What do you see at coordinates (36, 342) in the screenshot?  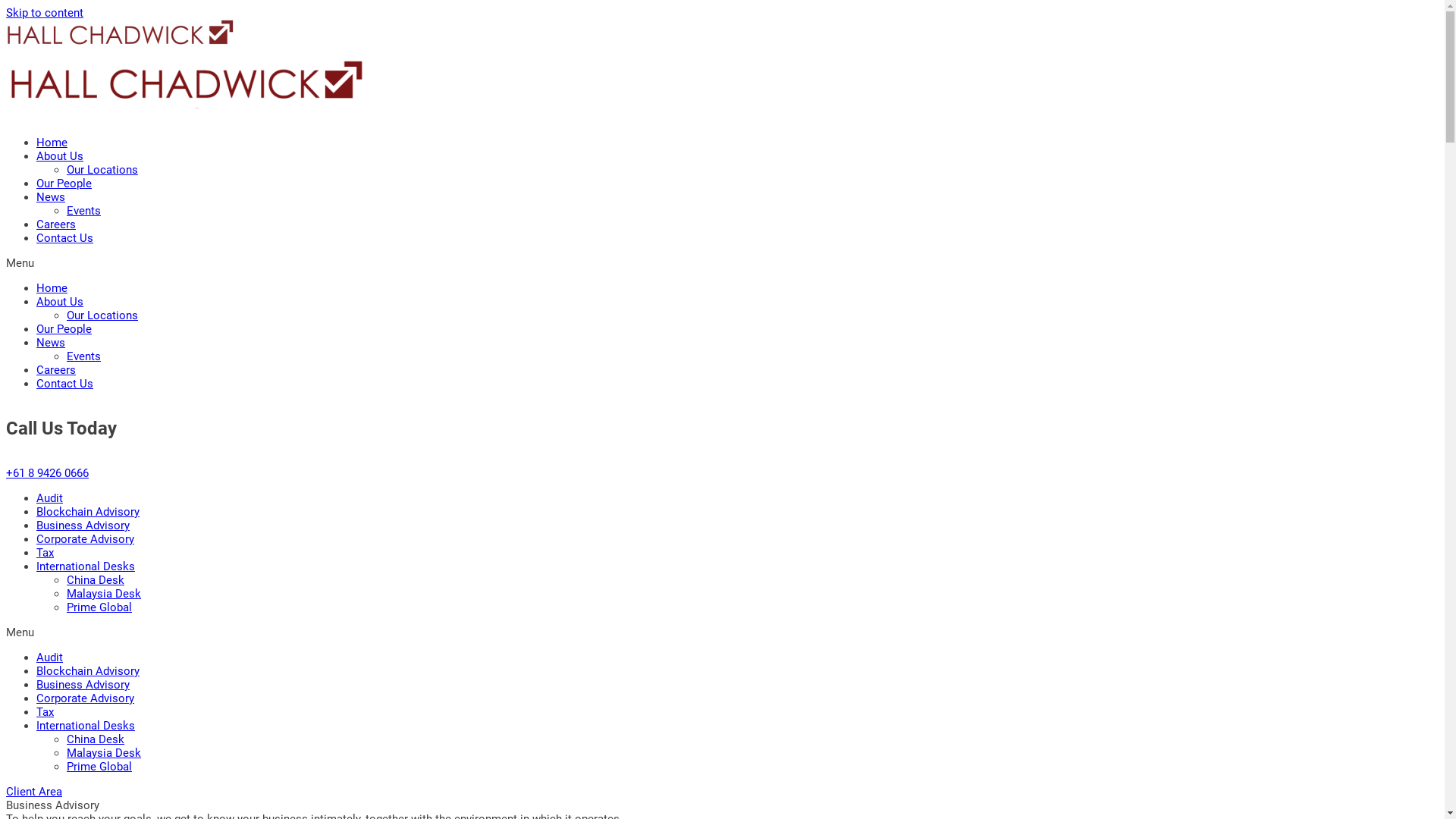 I see `'News'` at bounding box center [36, 342].